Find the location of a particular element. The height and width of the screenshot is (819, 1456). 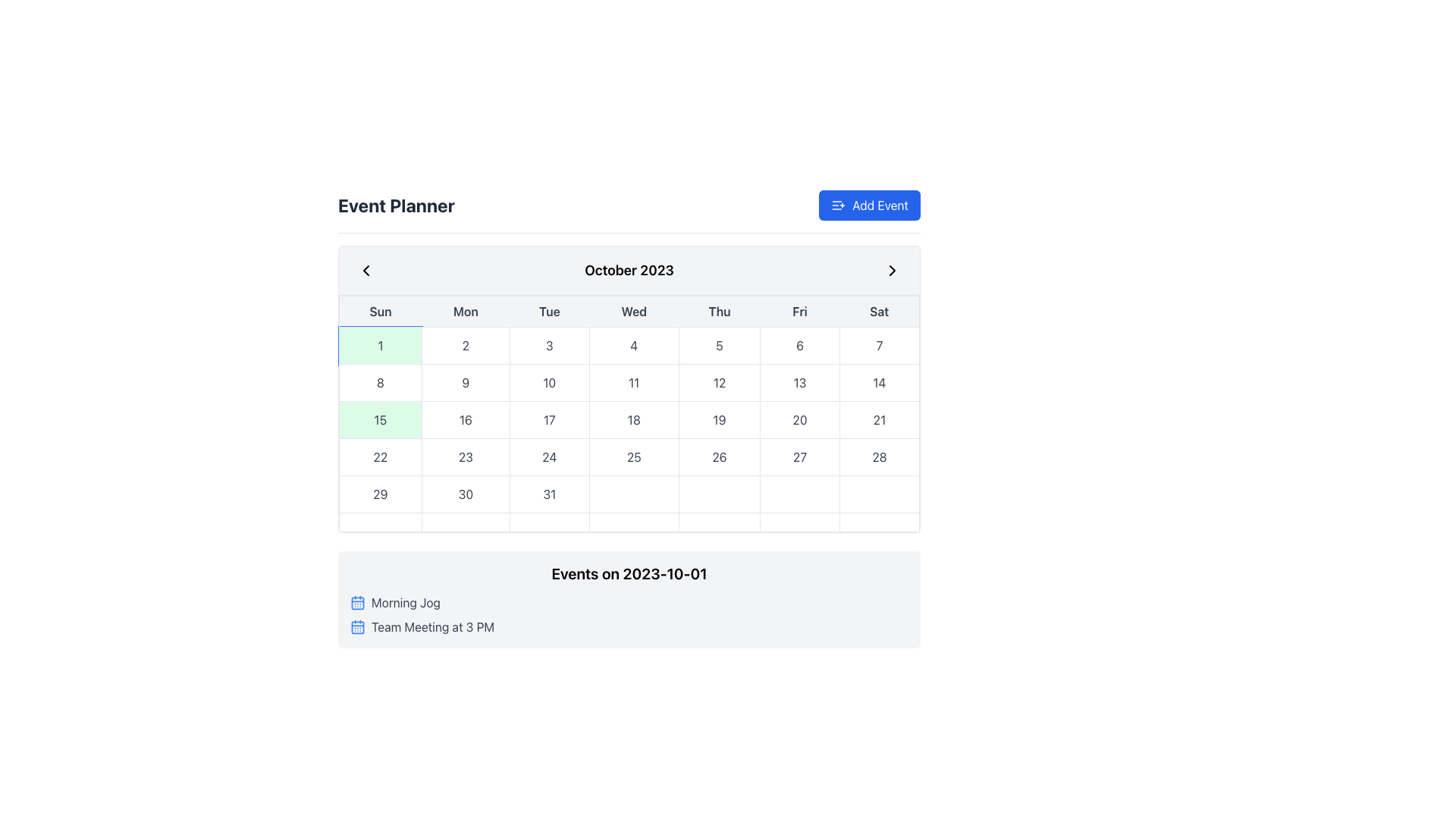

the static calendar date box displaying the number '18', which is the fourth box in the row of calendar dates is located at coordinates (634, 420).